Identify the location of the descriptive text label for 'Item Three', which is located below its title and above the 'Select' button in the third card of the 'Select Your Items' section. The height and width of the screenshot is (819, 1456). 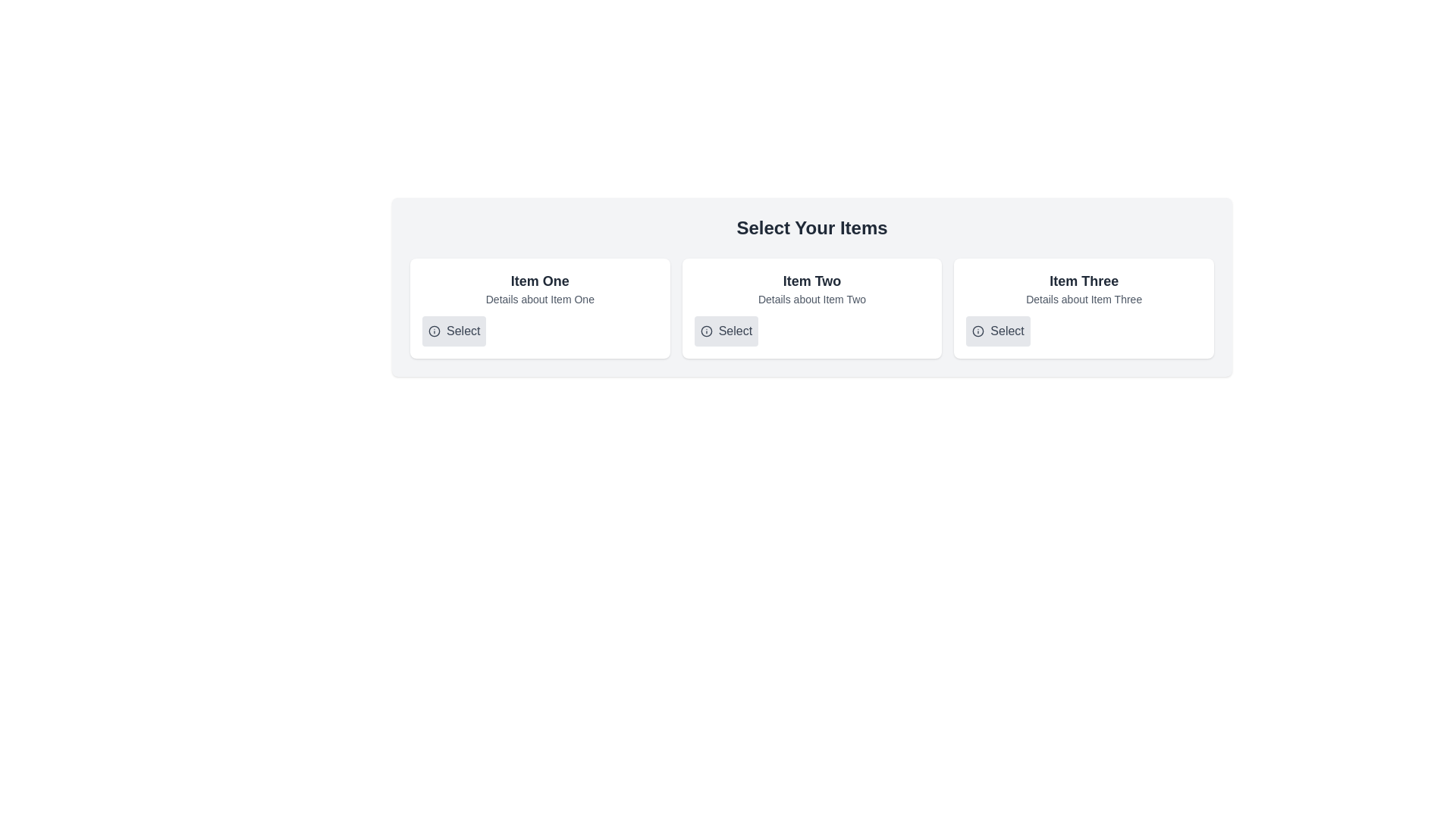
(1083, 299).